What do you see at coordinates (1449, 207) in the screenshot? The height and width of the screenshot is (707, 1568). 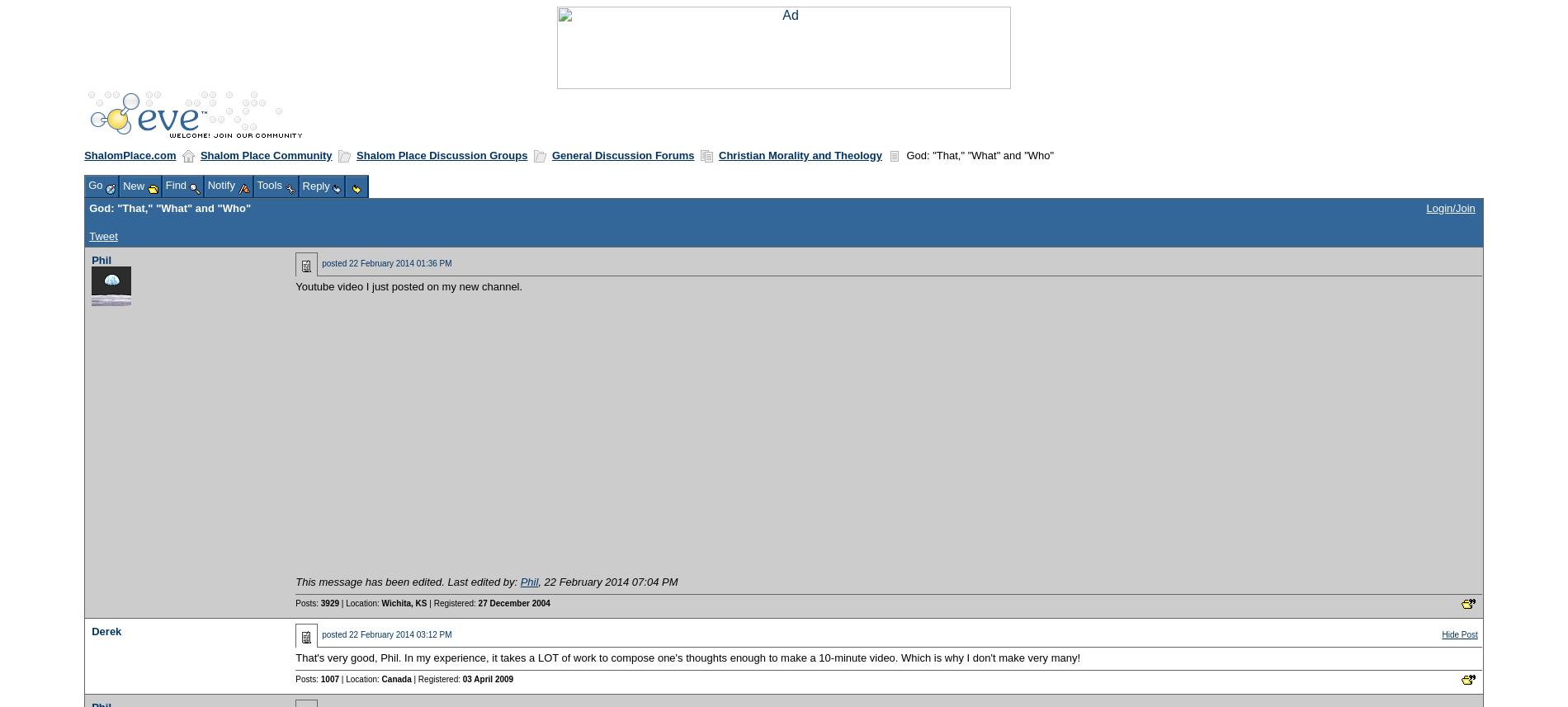 I see `'Login/Join'` at bounding box center [1449, 207].